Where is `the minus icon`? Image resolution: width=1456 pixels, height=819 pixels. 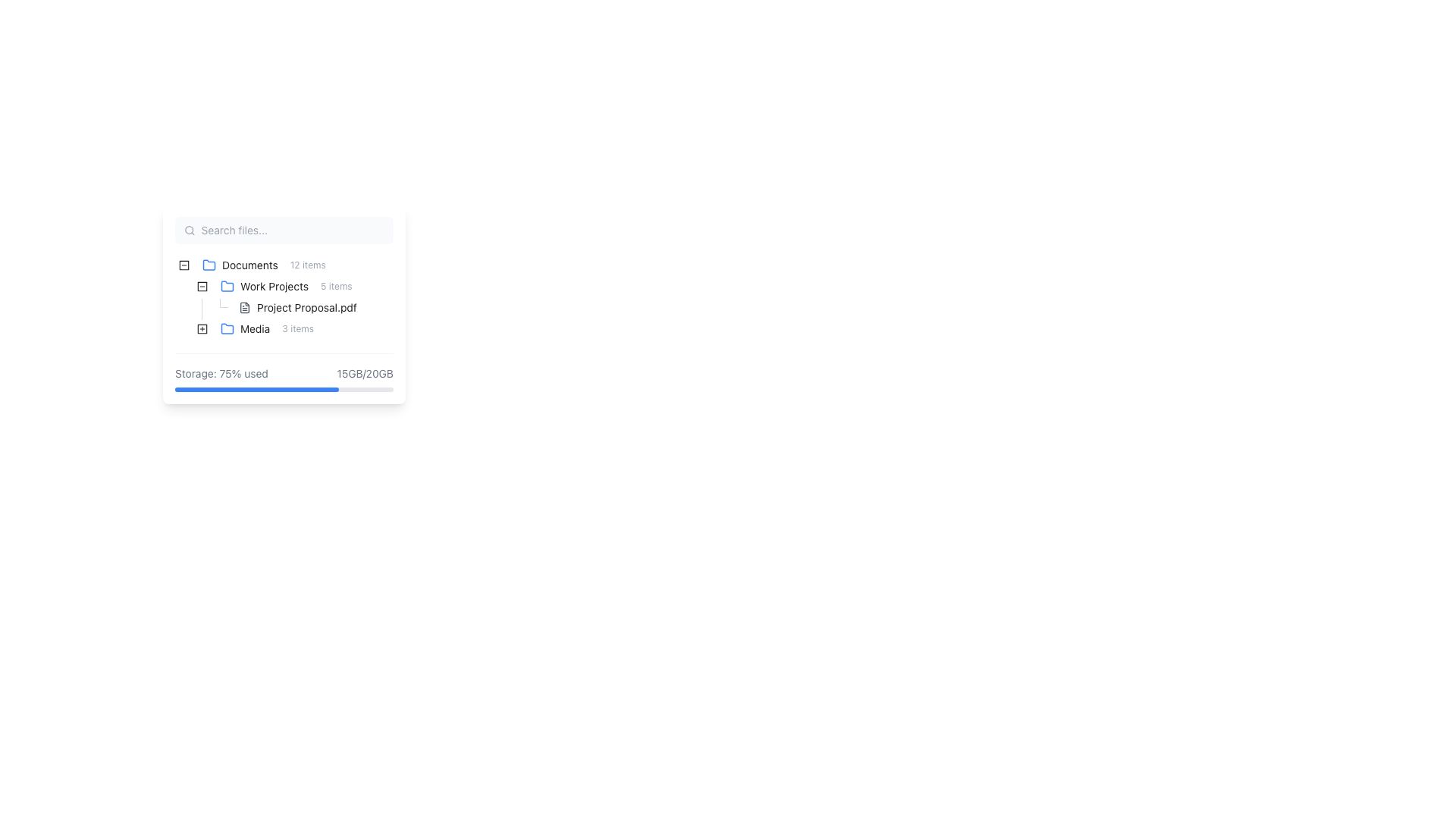
the minus icon is located at coordinates (202, 287).